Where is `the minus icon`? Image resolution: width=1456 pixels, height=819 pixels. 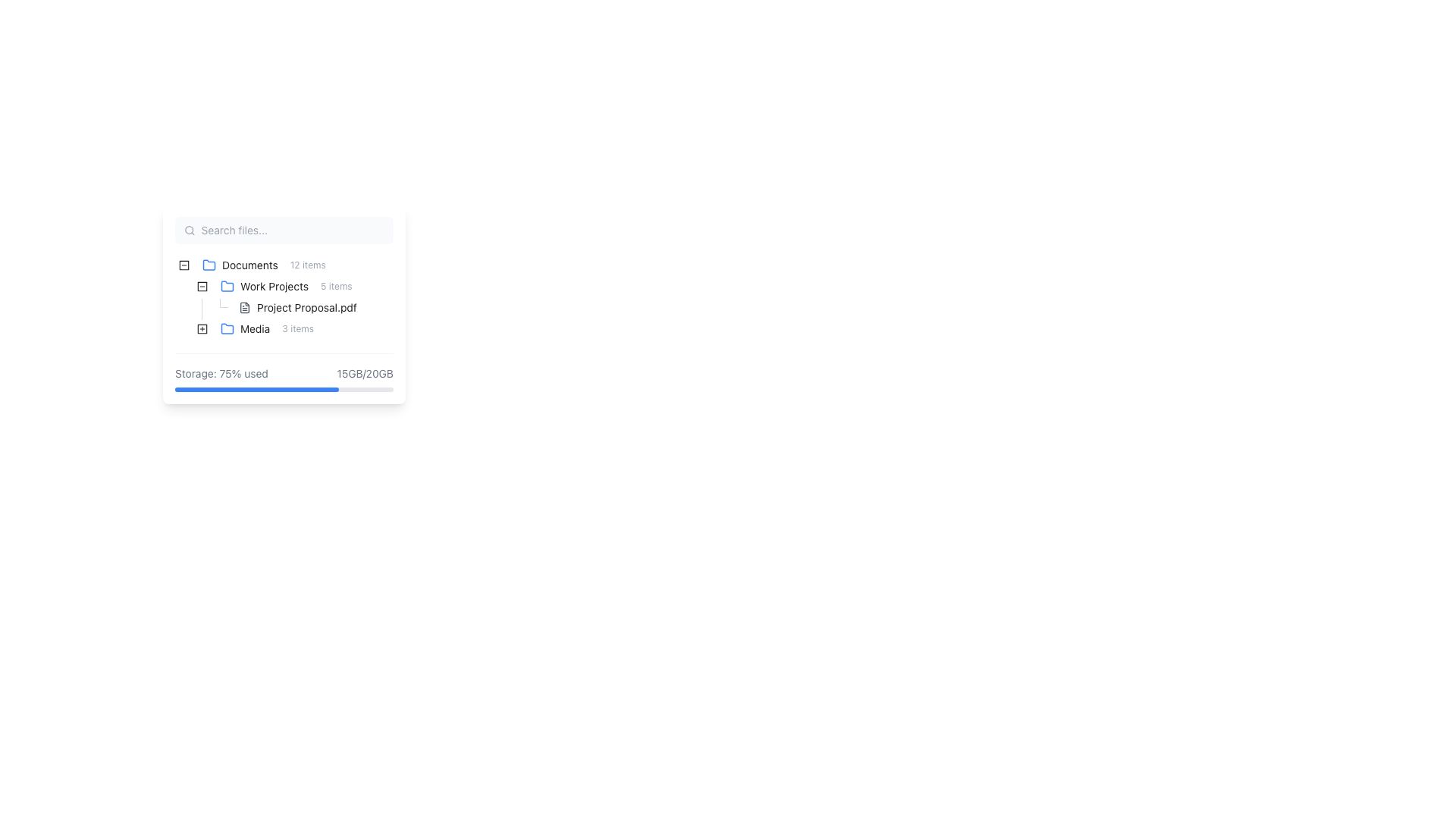
the minus icon is located at coordinates (202, 287).